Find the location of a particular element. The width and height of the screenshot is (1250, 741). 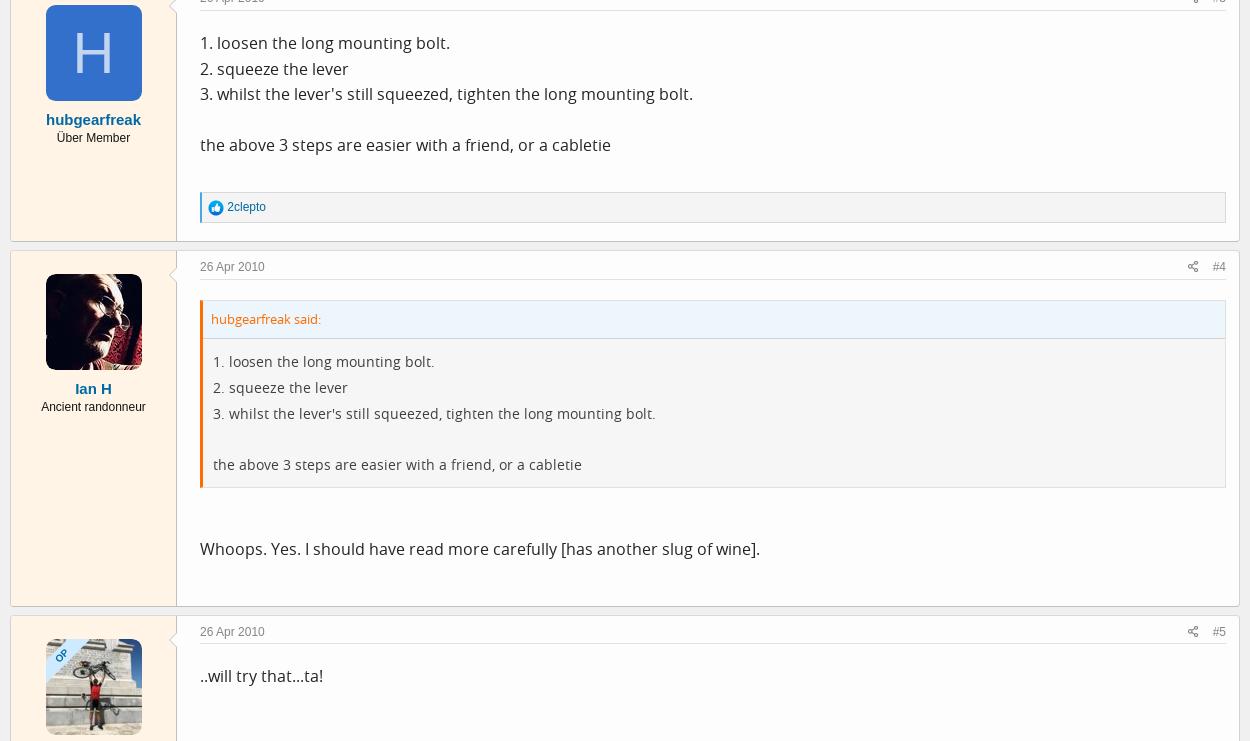

'#4' is located at coordinates (1218, 266).